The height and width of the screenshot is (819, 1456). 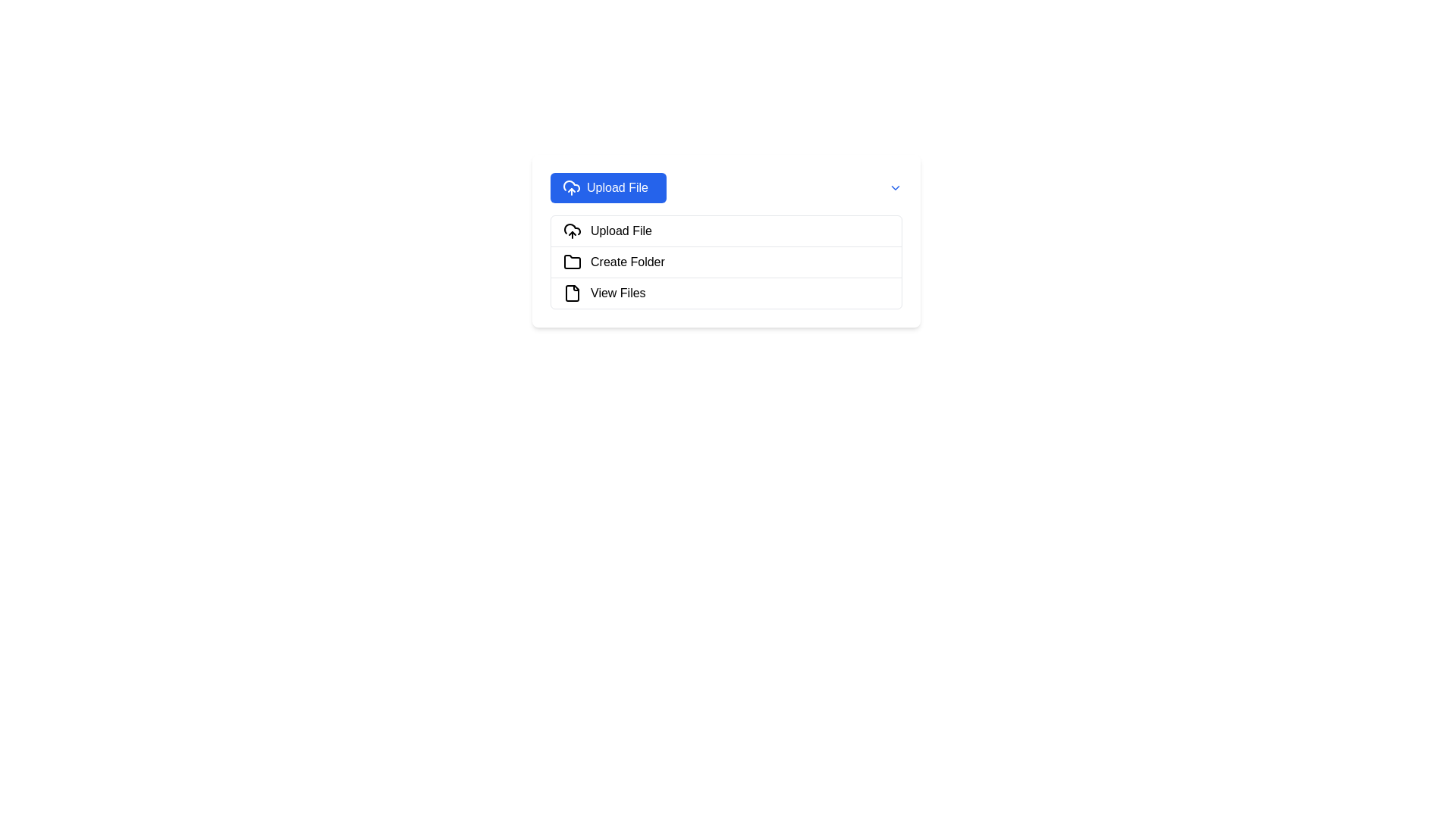 What do you see at coordinates (895, 187) in the screenshot?
I see `the Dropdown toggle icon located to the far right of the 'Upload File' text` at bounding box center [895, 187].